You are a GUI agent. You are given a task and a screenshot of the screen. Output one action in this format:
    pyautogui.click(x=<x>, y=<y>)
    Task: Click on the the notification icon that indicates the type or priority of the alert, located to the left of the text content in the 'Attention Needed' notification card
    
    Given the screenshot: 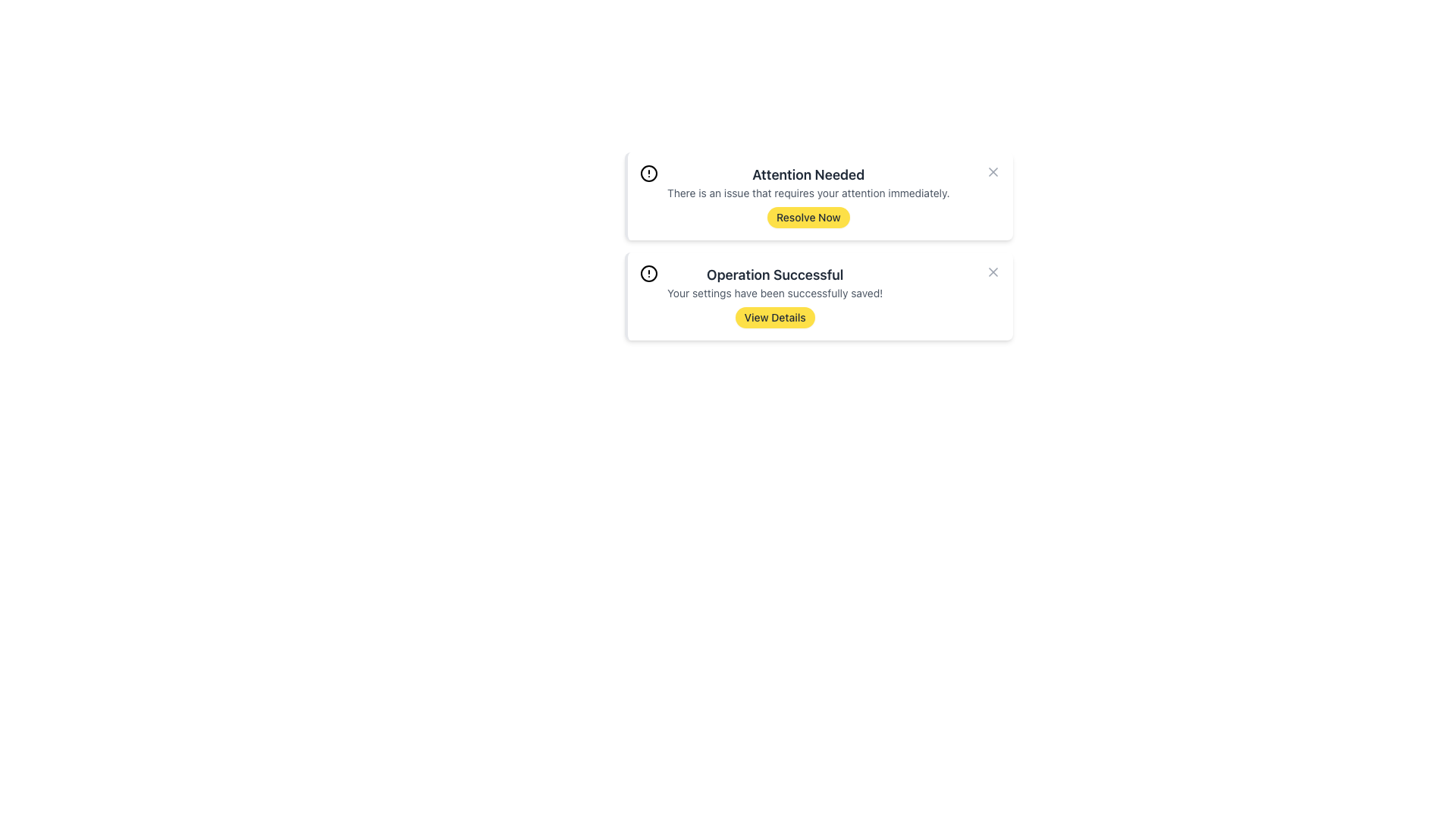 What is the action you would take?
    pyautogui.click(x=648, y=172)
    